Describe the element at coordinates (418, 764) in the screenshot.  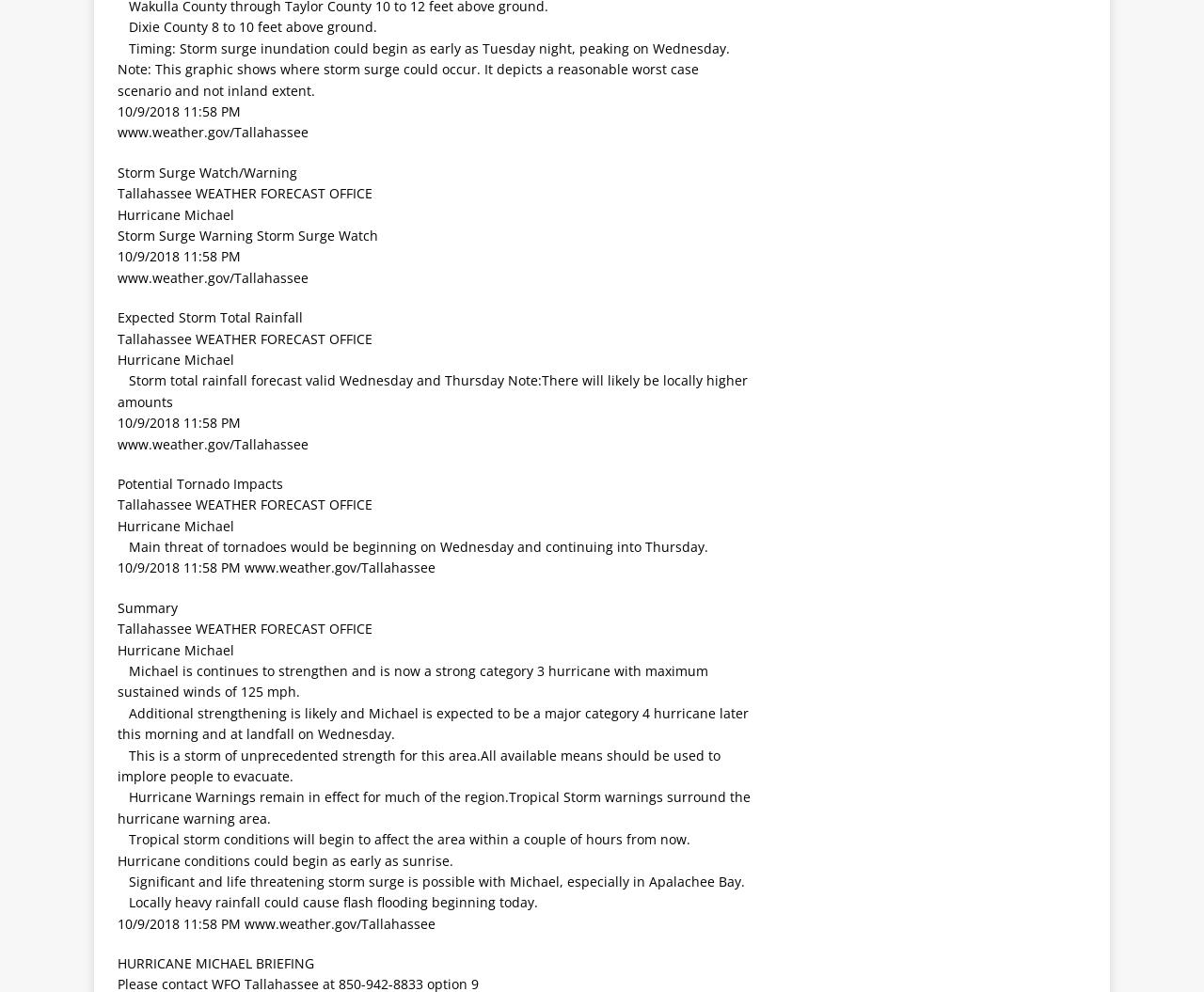
I see `' This is a storm of unprecedented strength for this area.All available means should be used to implore people to evacuate.'` at that location.